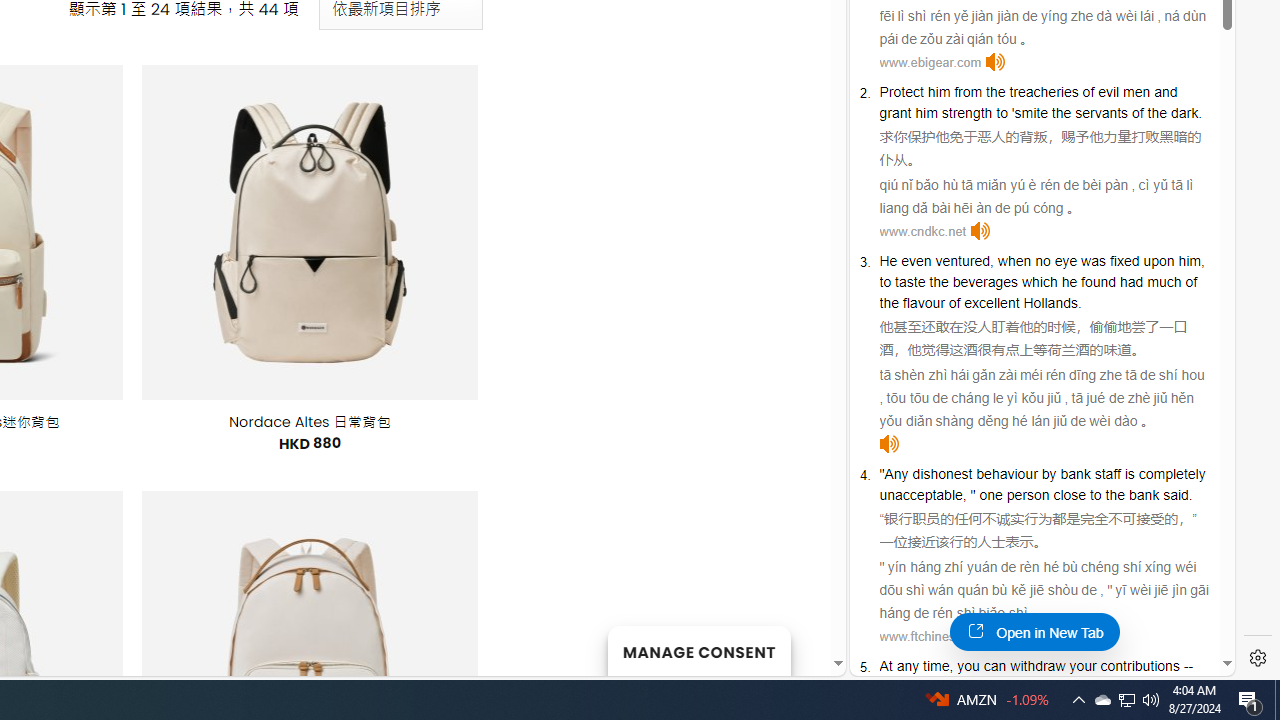  Describe the element at coordinates (941, 473) in the screenshot. I see `'dishonest'` at that location.